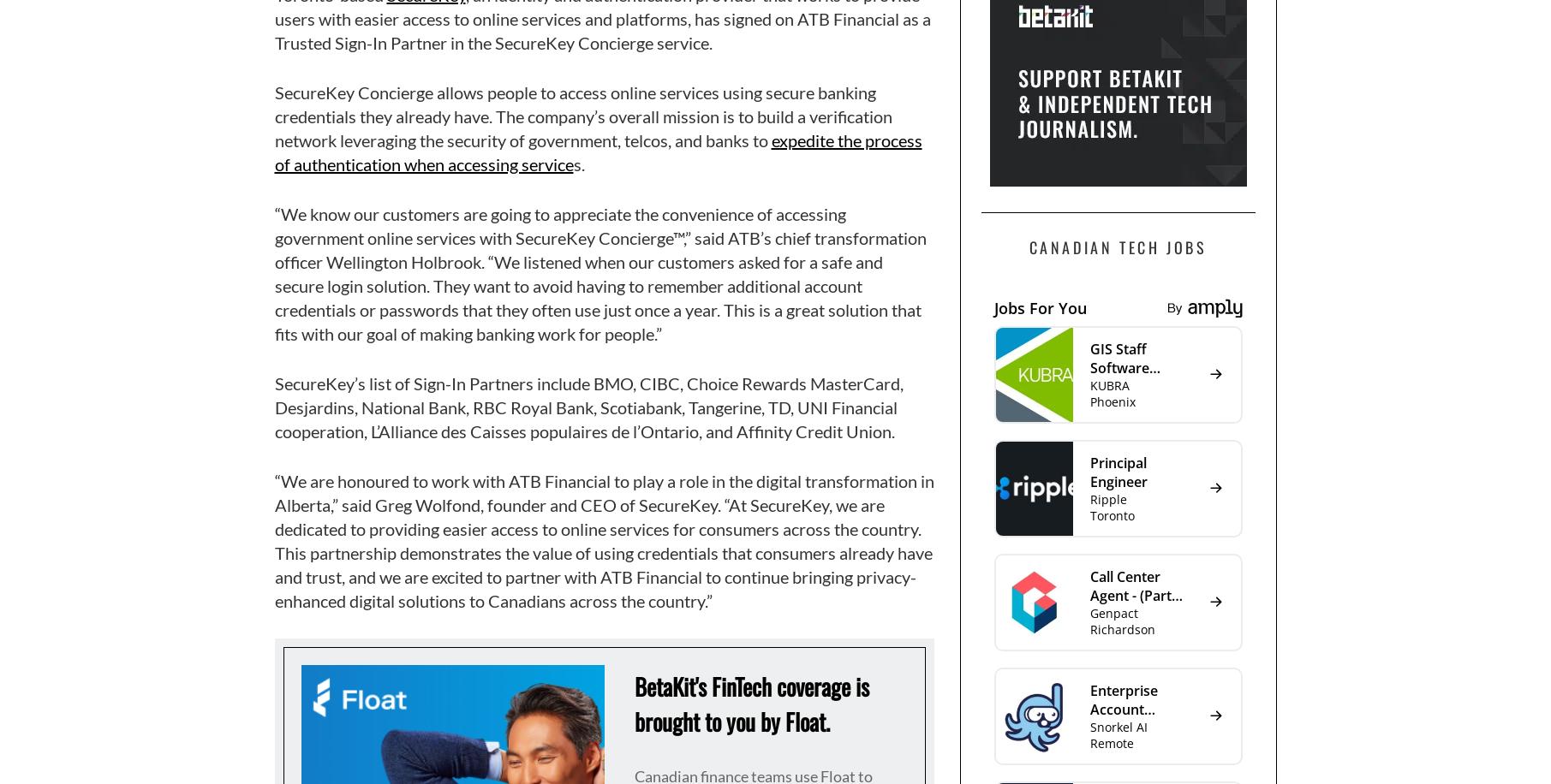 The image size is (1551, 784). What do you see at coordinates (588, 407) in the screenshot?
I see `'SecureKey’s list of Sign-In Partners include BMO, CIBC, Choice Rewards MasterCard, Desjardins, National Bank, RBC Royal Bank, Scotiabank, Tangerine, TD, UNI Financial cooperation, L’Alliance des Caisses populaires de l’Ontario, and Affinity Credit Union.'` at bounding box center [588, 407].